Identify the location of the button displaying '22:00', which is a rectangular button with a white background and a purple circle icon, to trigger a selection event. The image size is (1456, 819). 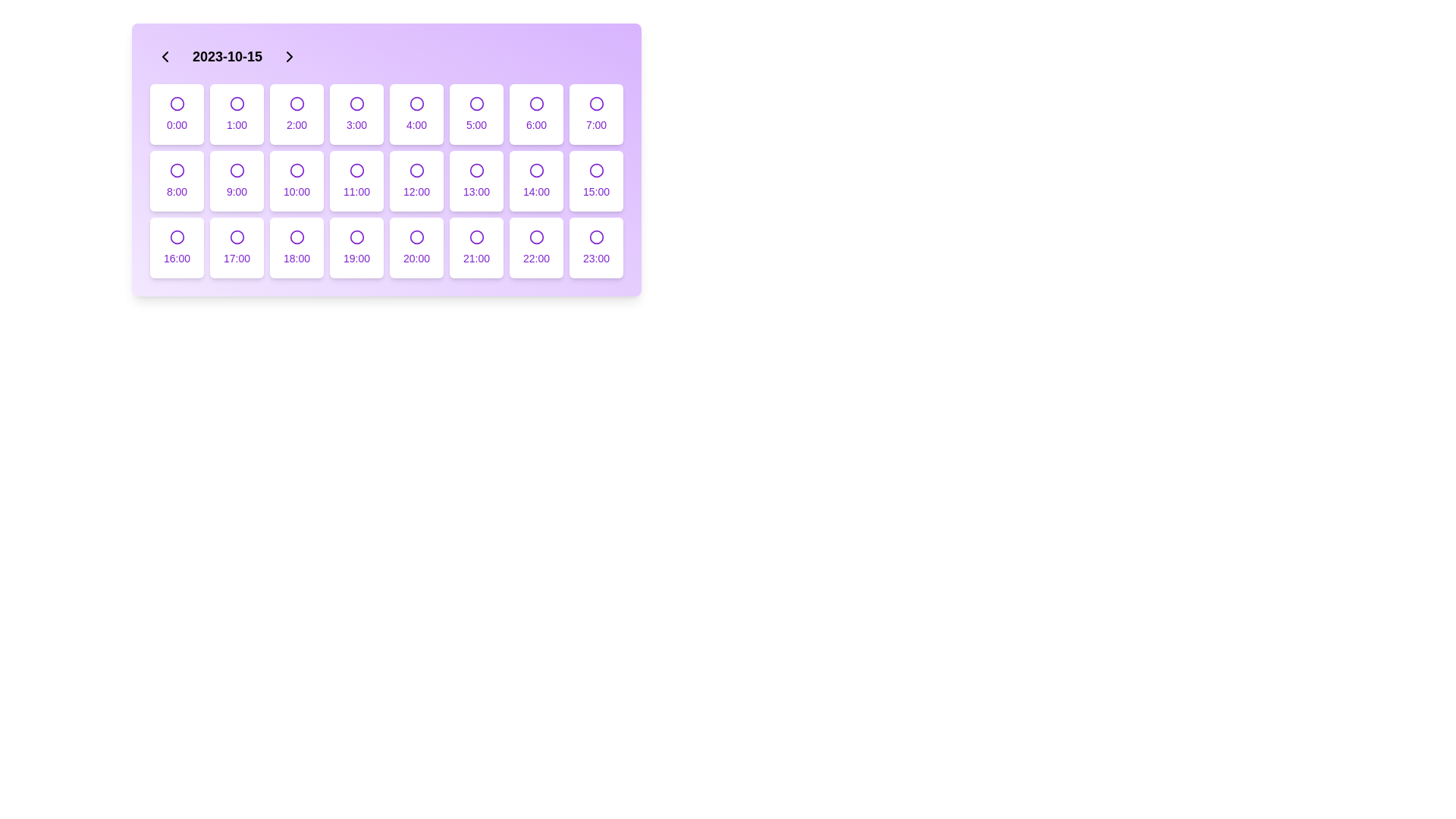
(536, 247).